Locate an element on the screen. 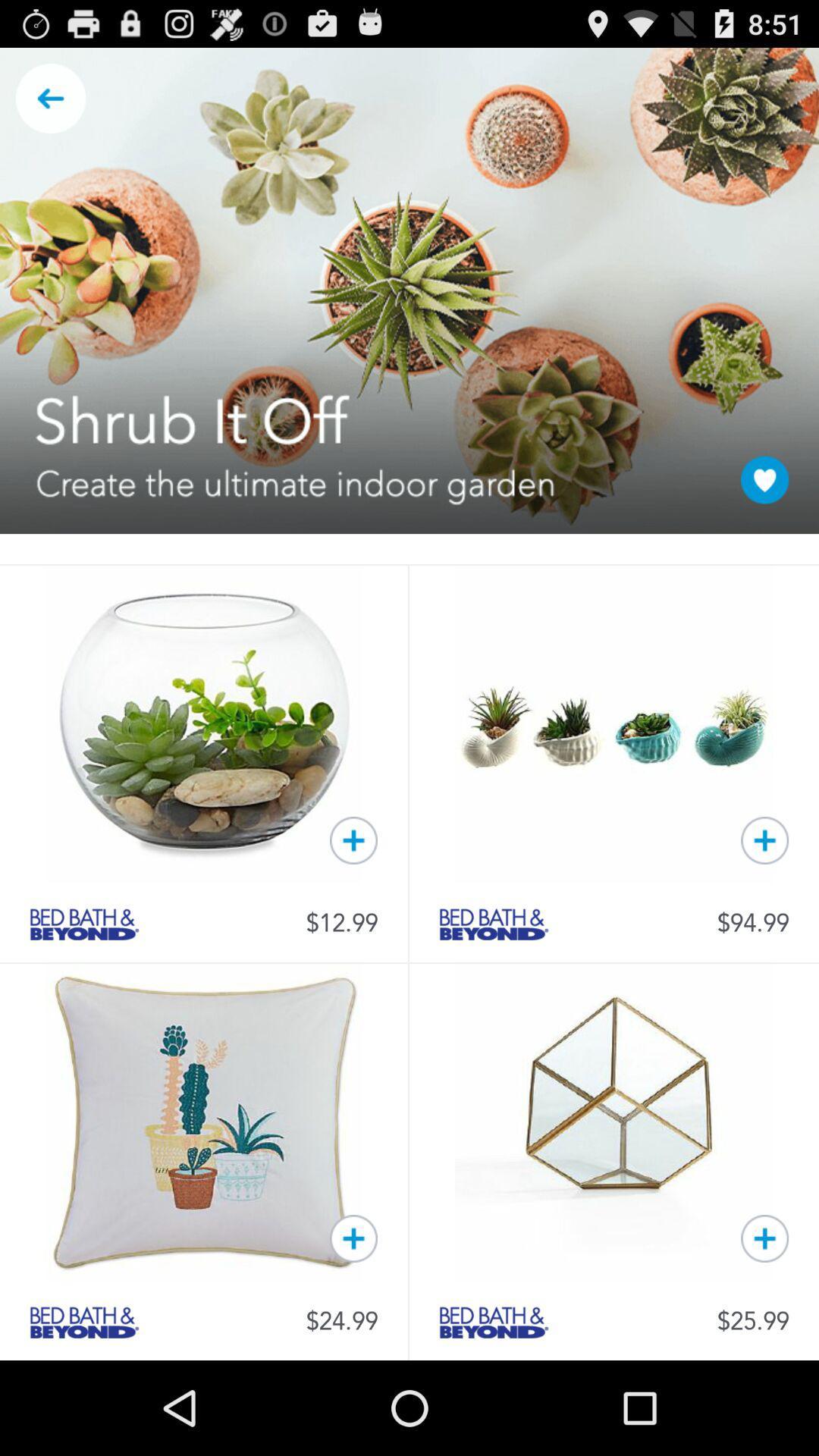 The height and width of the screenshot is (1456, 819). to cart is located at coordinates (764, 839).